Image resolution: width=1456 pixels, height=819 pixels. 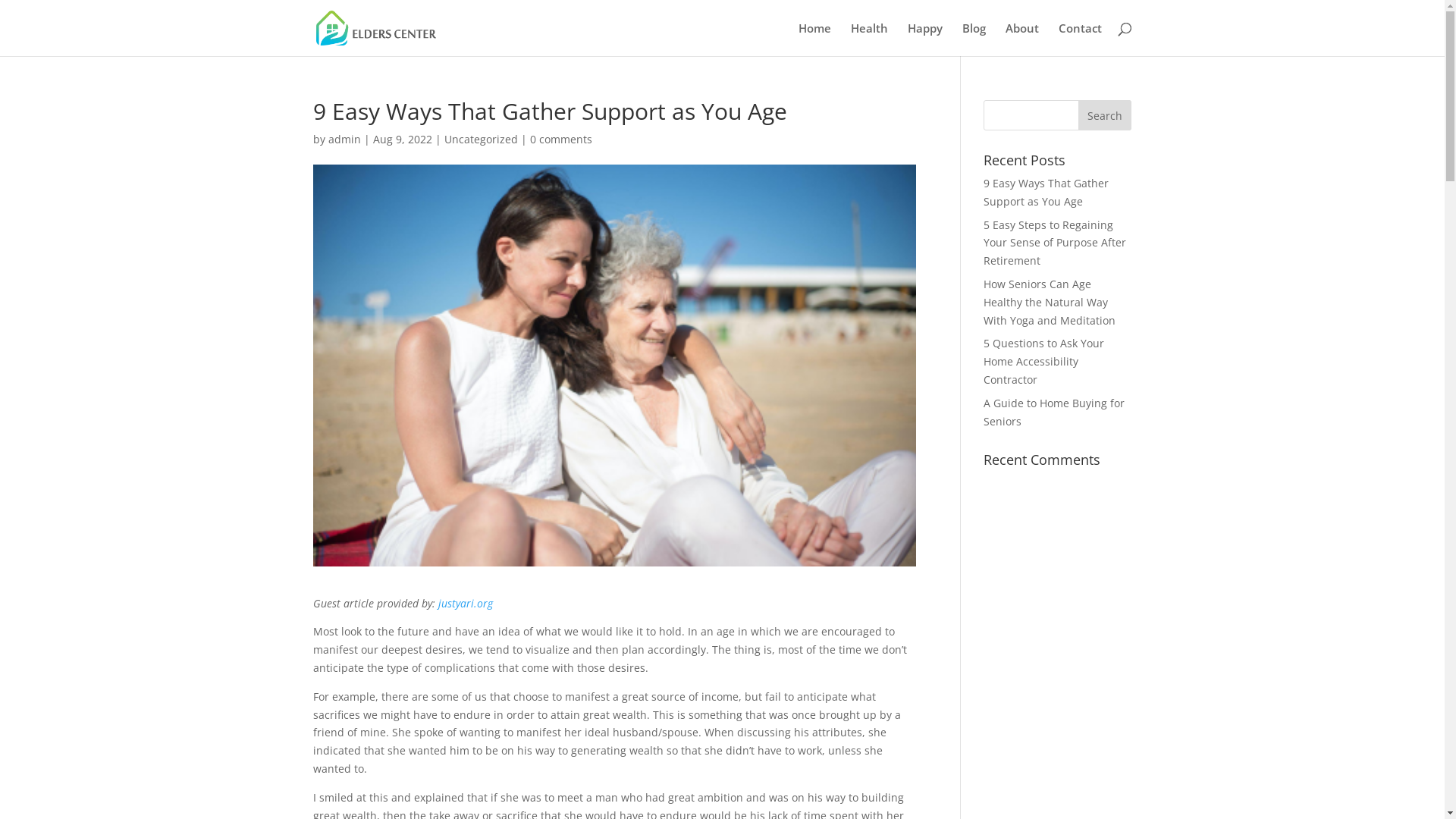 What do you see at coordinates (851, 38) in the screenshot?
I see `'Health'` at bounding box center [851, 38].